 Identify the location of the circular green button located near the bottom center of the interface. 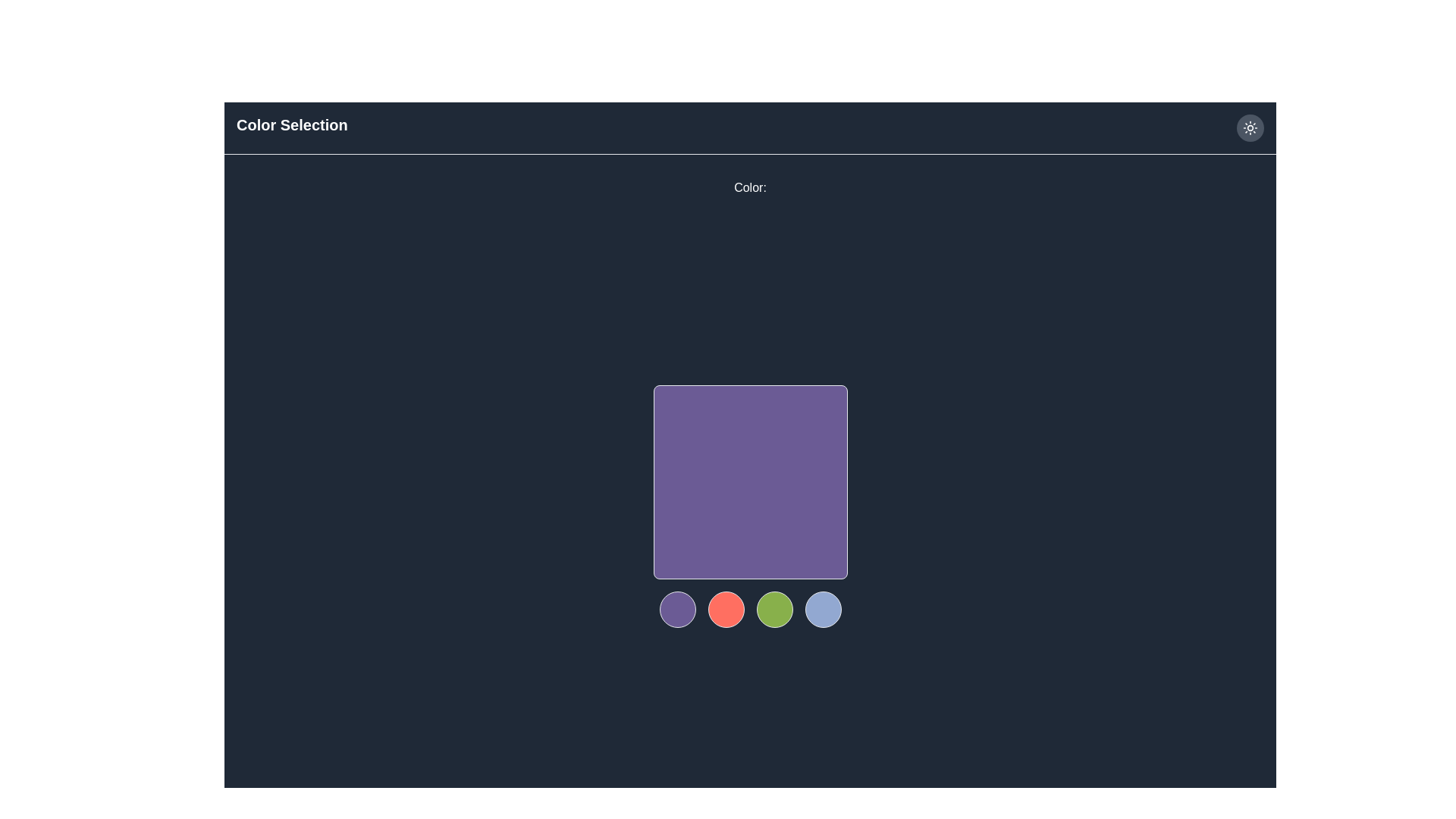
(774, 608).